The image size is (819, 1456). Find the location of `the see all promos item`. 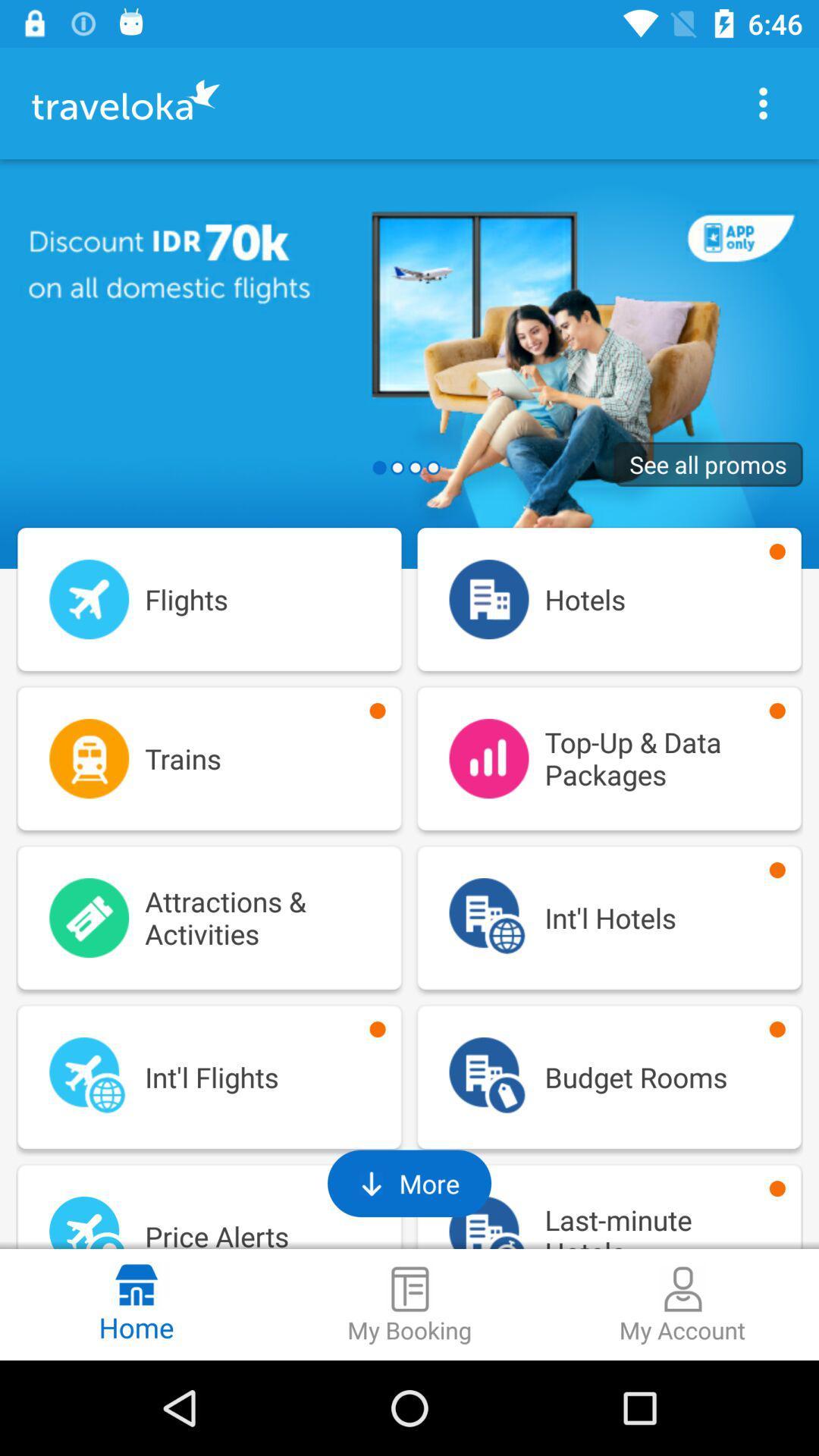

the see all promos item is located at coordinates (708, 463).